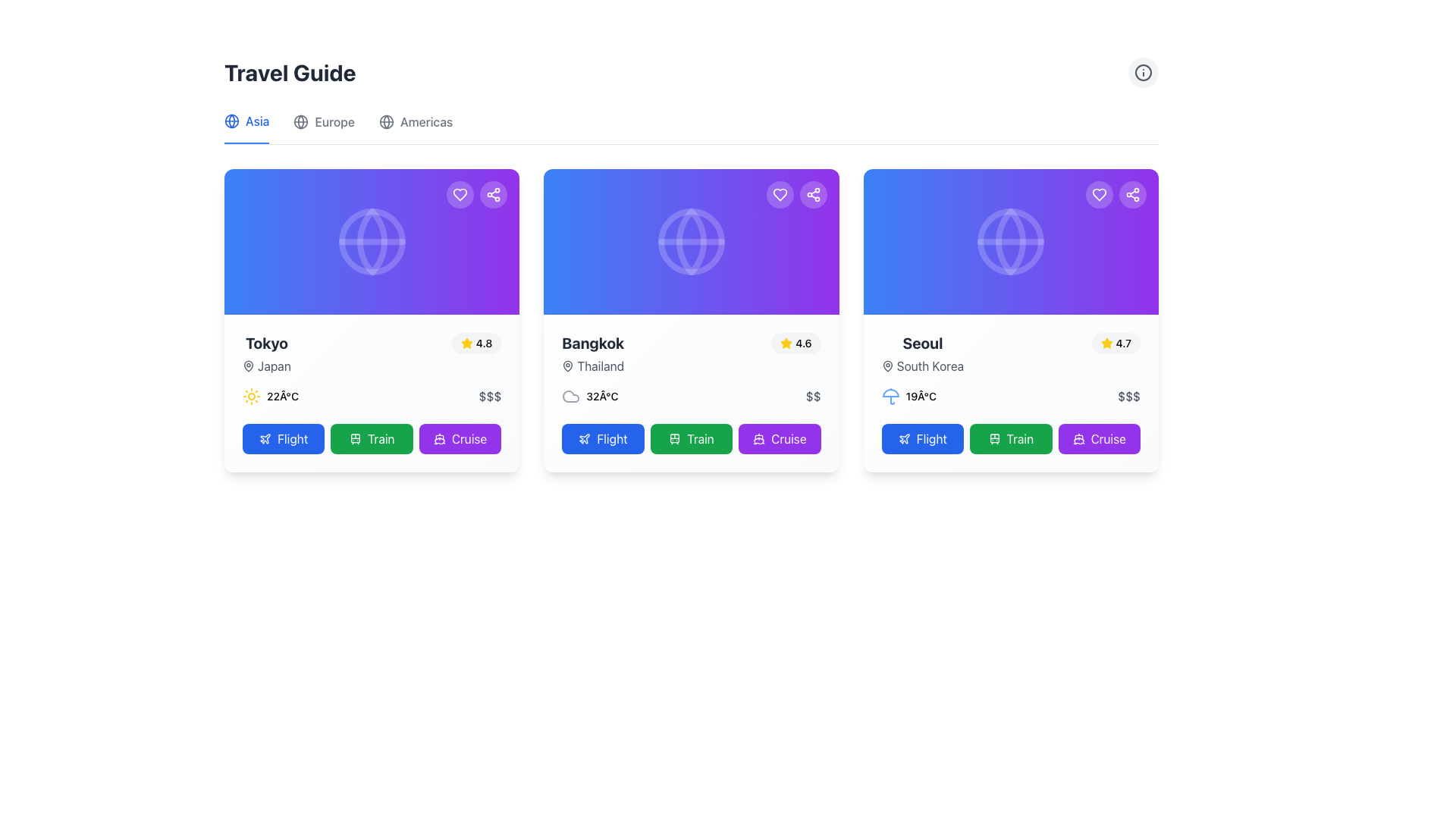 The image size is (1456, 819). What do you see at coordinates (602, 438) in the screenshot?
I see `the leftmost button labeled 'Flight' in the group of travel options below the 'Bangkok' travel card` at bounding box center [602, 438].